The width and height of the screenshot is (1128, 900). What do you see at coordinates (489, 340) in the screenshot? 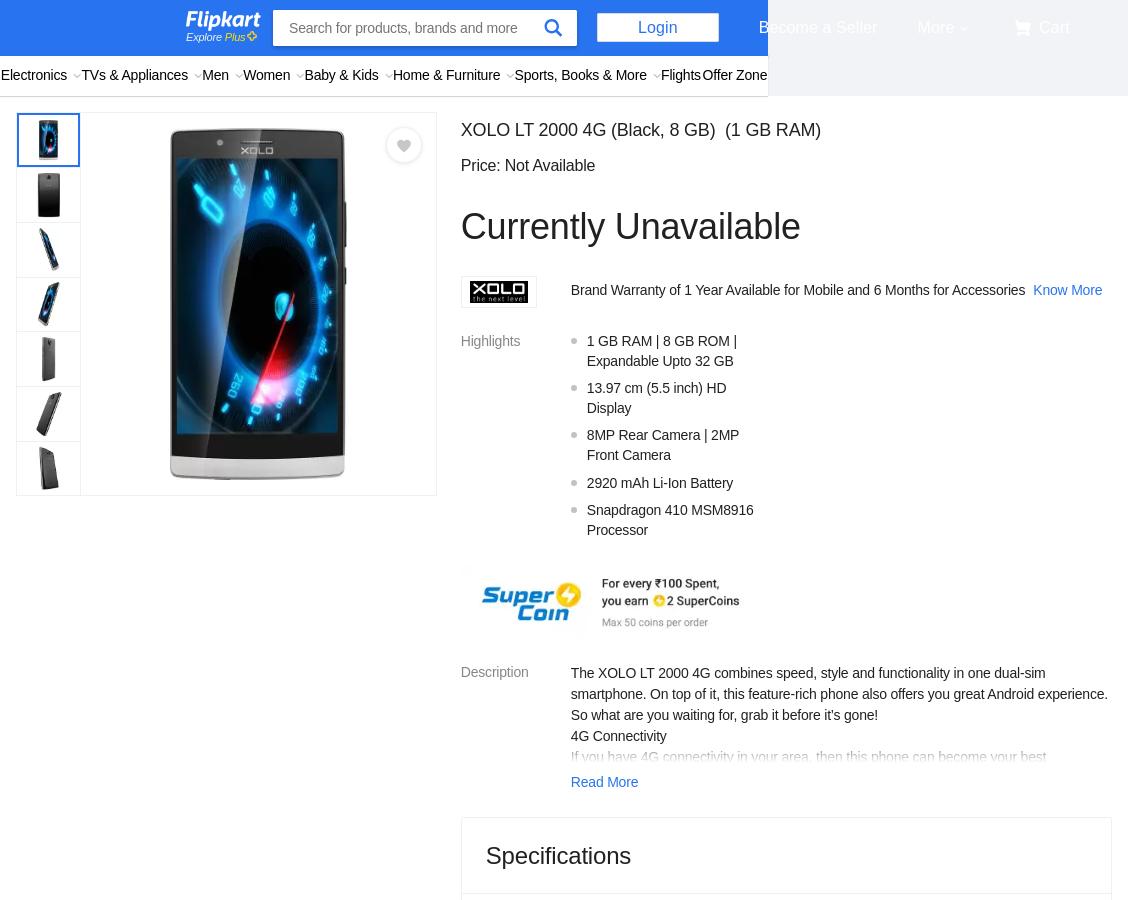
I see `'Highlights'` at bounding box center [489, 340].